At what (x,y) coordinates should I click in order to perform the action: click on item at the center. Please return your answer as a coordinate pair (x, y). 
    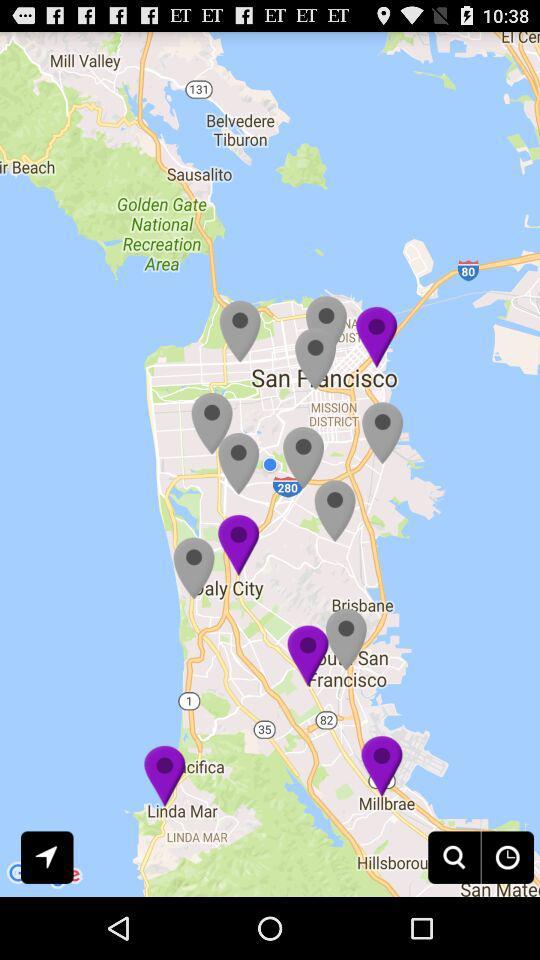
    Looking at the image, I should click on (270, 464).